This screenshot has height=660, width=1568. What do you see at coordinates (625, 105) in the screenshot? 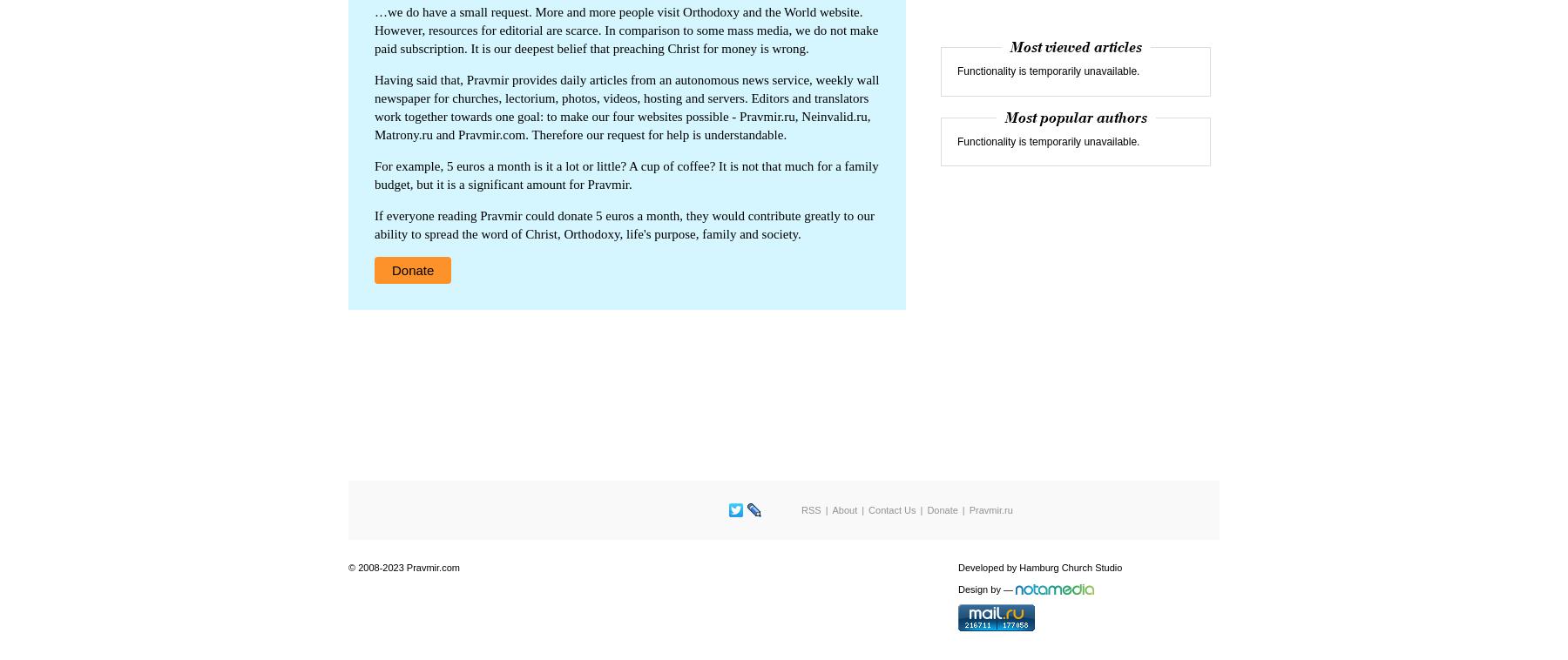
I see `'Having said that, Pravmir provides daily articles from an autonomous news service,
			weekly wall newspaper for churches, lectorium, photos, videos, hosting and servers.
			Editors and translators work together towards one goal: to make our four websites possible -
			Pravmir.ru, Neinvalid.ru, Matrony.ru and Pravmir.com. Therefore our request for help is understandable.'` at bounding box center [625, 105].